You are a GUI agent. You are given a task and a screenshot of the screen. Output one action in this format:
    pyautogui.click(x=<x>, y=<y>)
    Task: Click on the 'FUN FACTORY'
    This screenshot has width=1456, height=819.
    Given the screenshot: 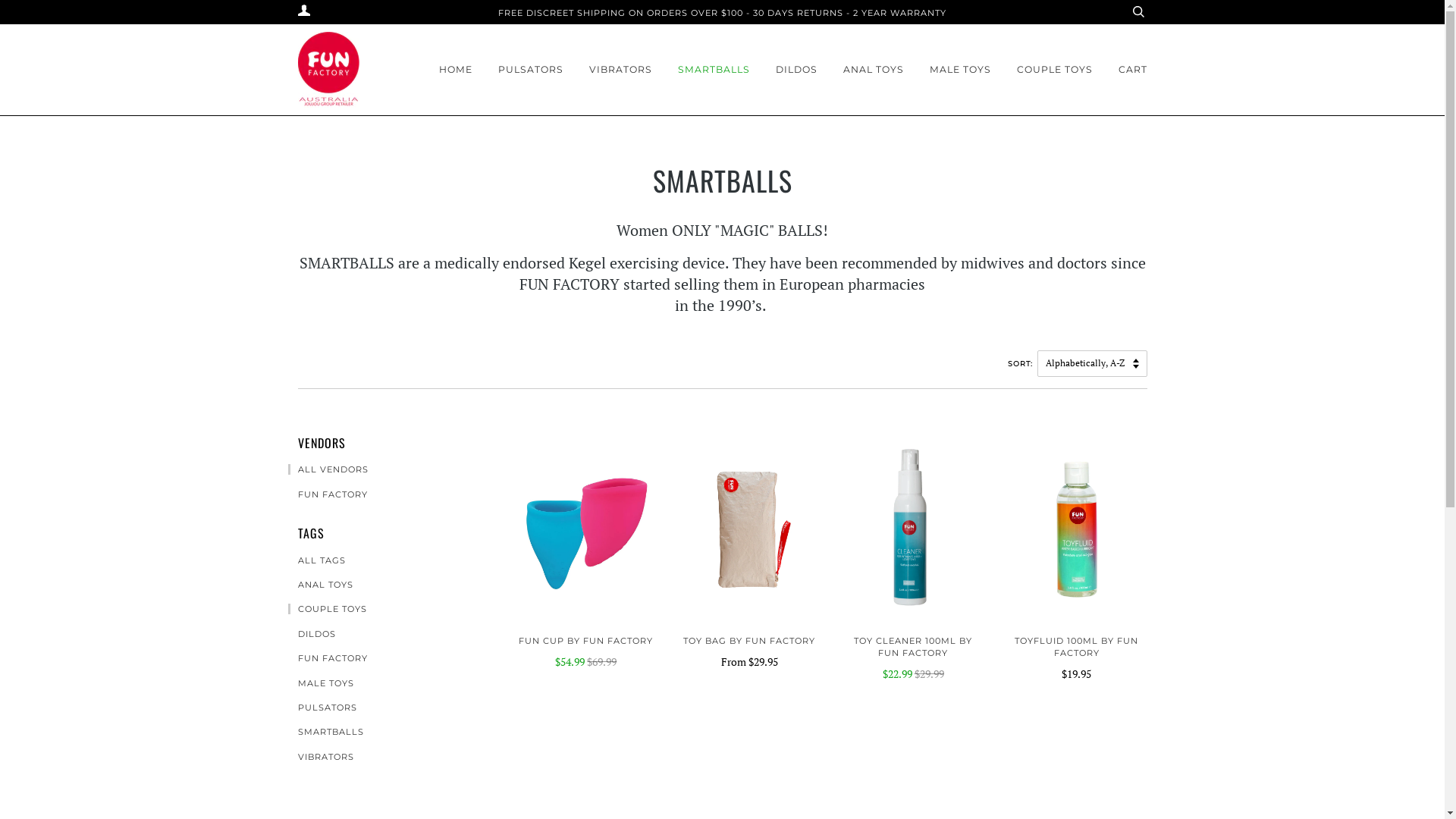 What is the action you would take?
    pyautogui.click(x=287, y=657)
    